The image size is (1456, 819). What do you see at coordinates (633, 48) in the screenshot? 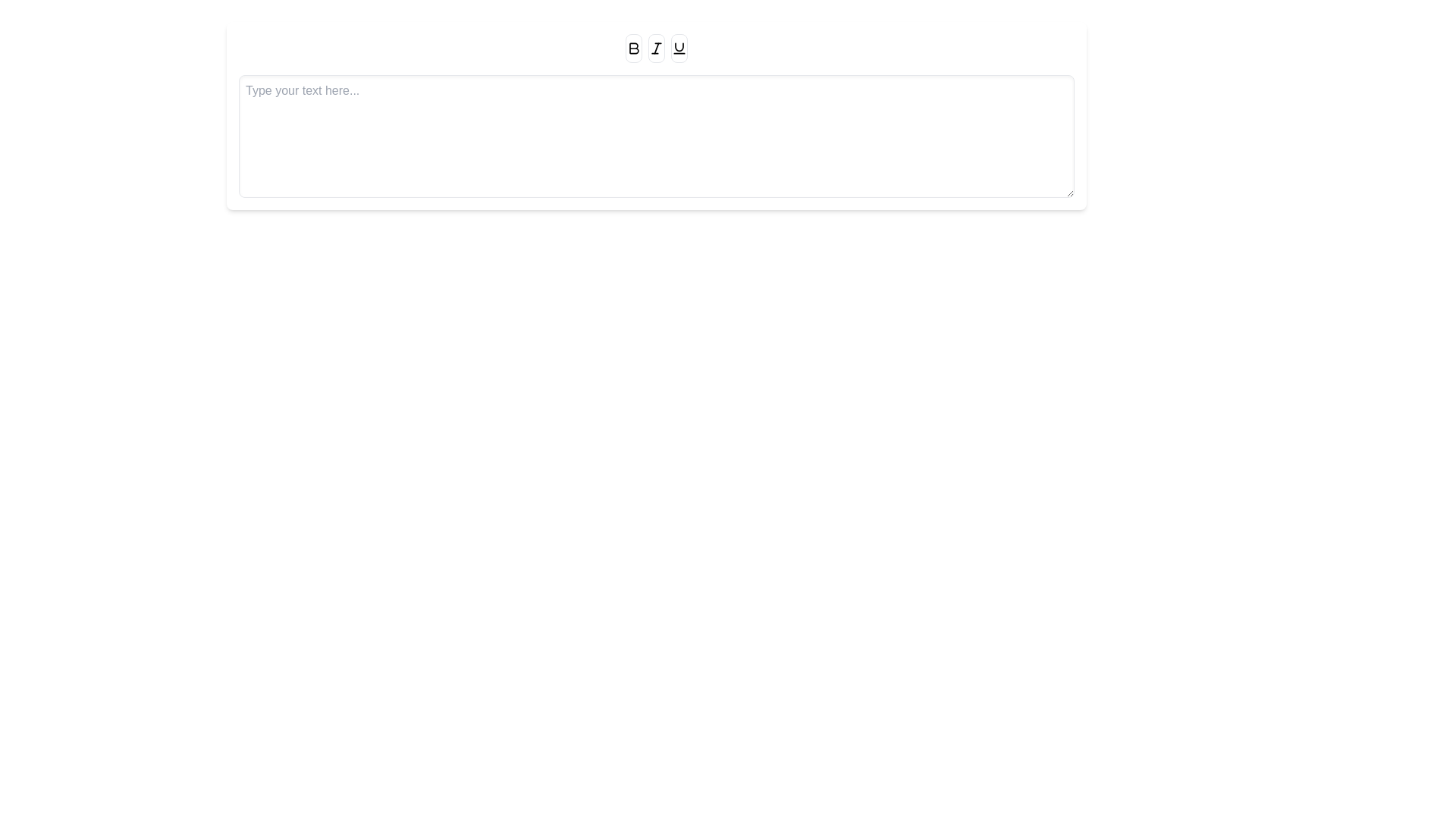
I see `the 'Bold' button, which is a rounded rectangle with a 'B' icon` at bounding box center [633, 48].